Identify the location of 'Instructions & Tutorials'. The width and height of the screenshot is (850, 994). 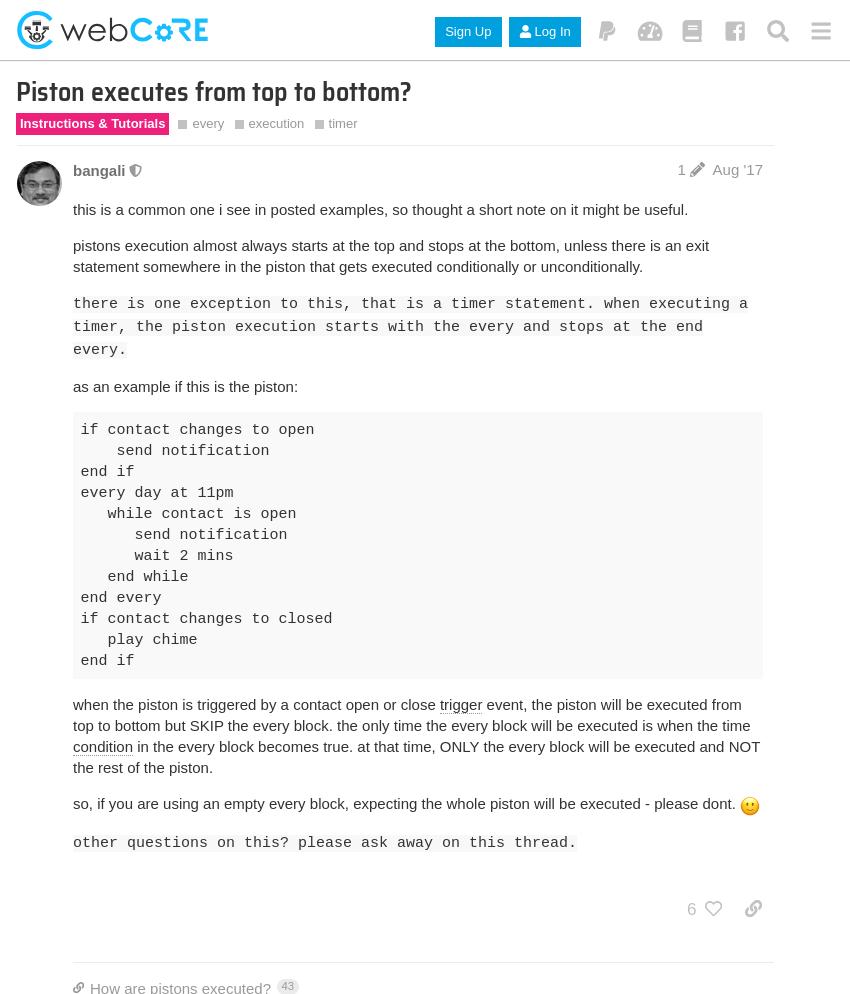
(91, 121).